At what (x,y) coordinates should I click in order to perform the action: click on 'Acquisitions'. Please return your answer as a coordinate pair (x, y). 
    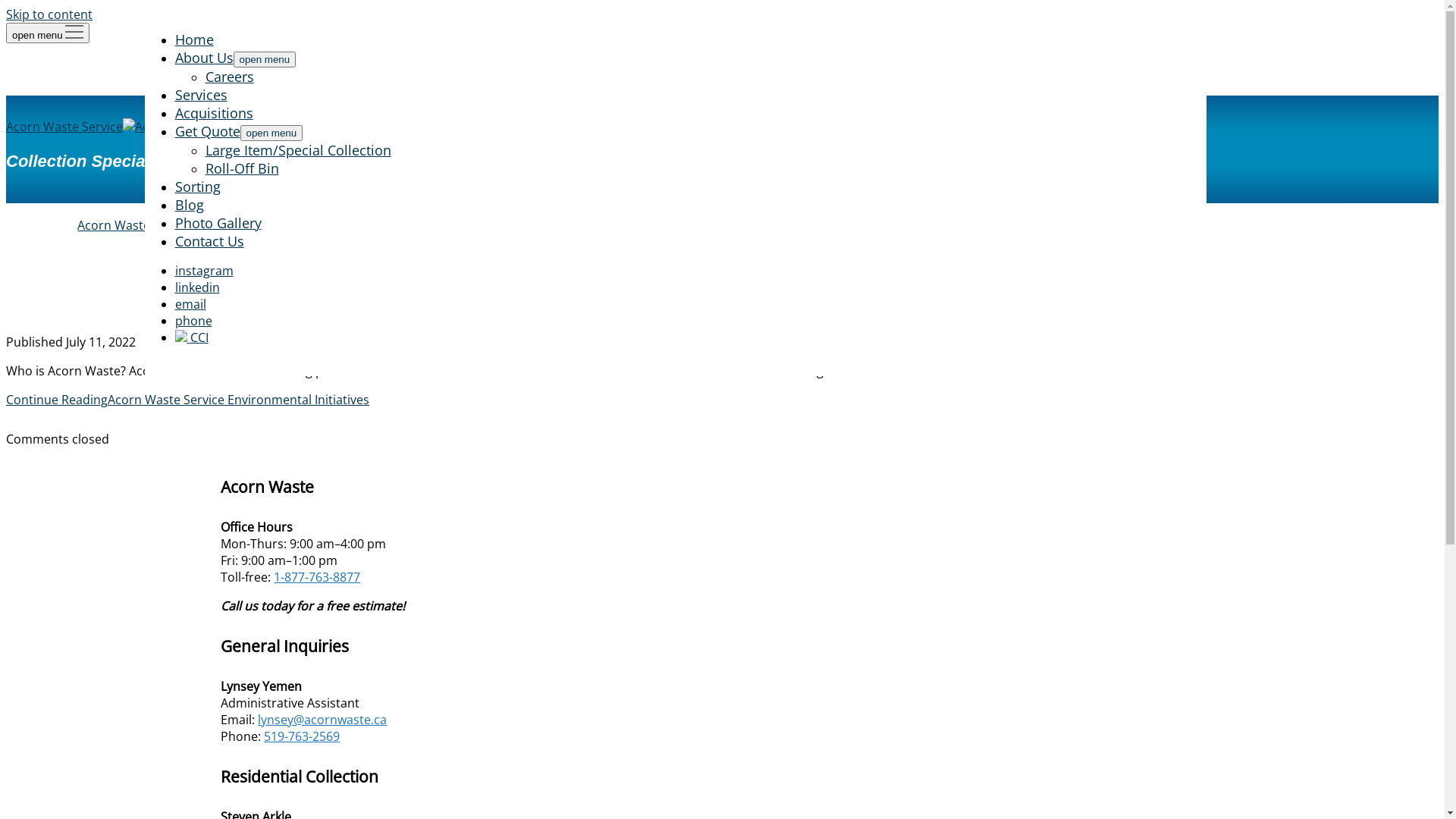
    Looking at the image, I should click on (174, 112).